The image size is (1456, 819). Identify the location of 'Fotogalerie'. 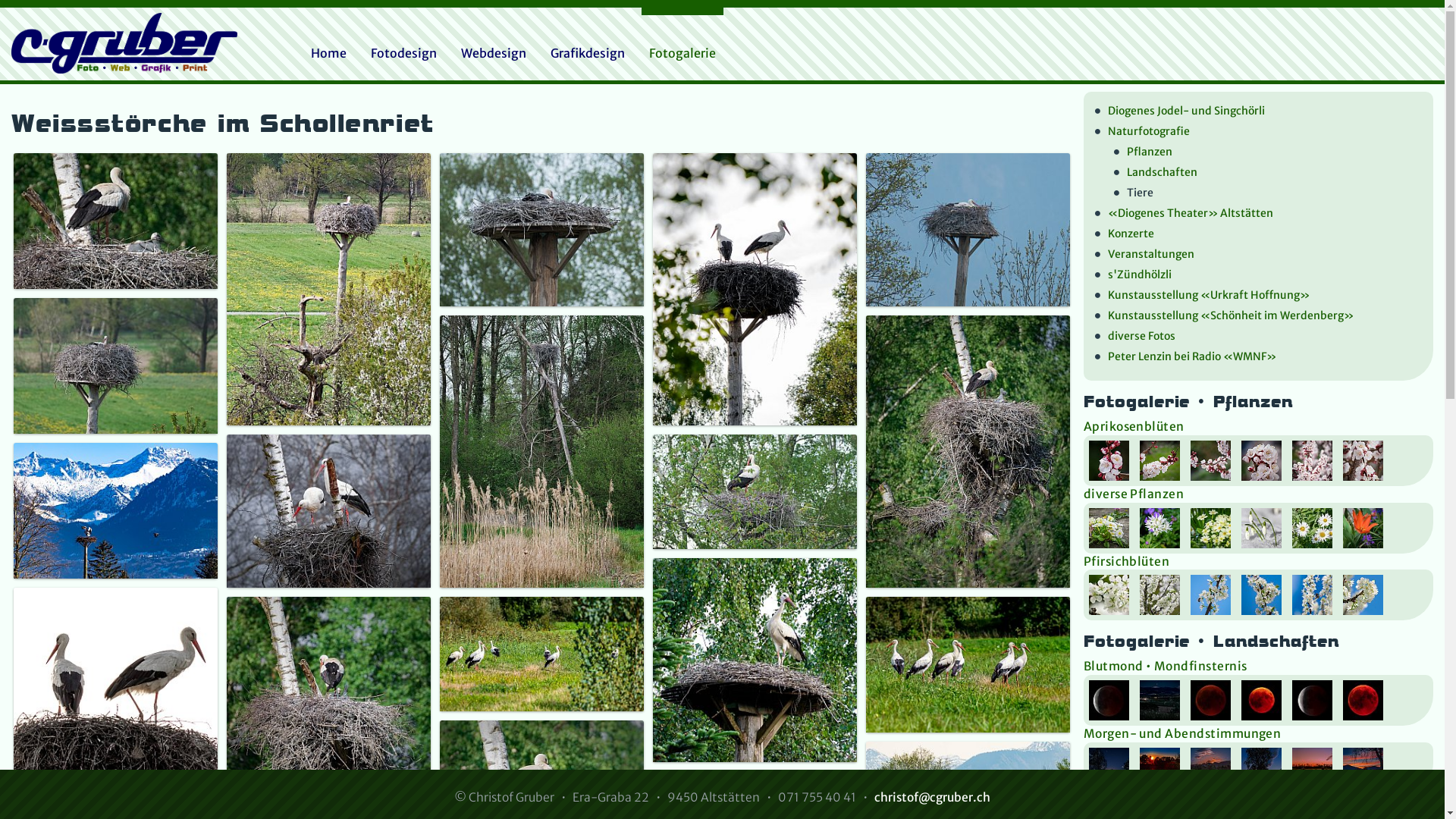
(682, 52).